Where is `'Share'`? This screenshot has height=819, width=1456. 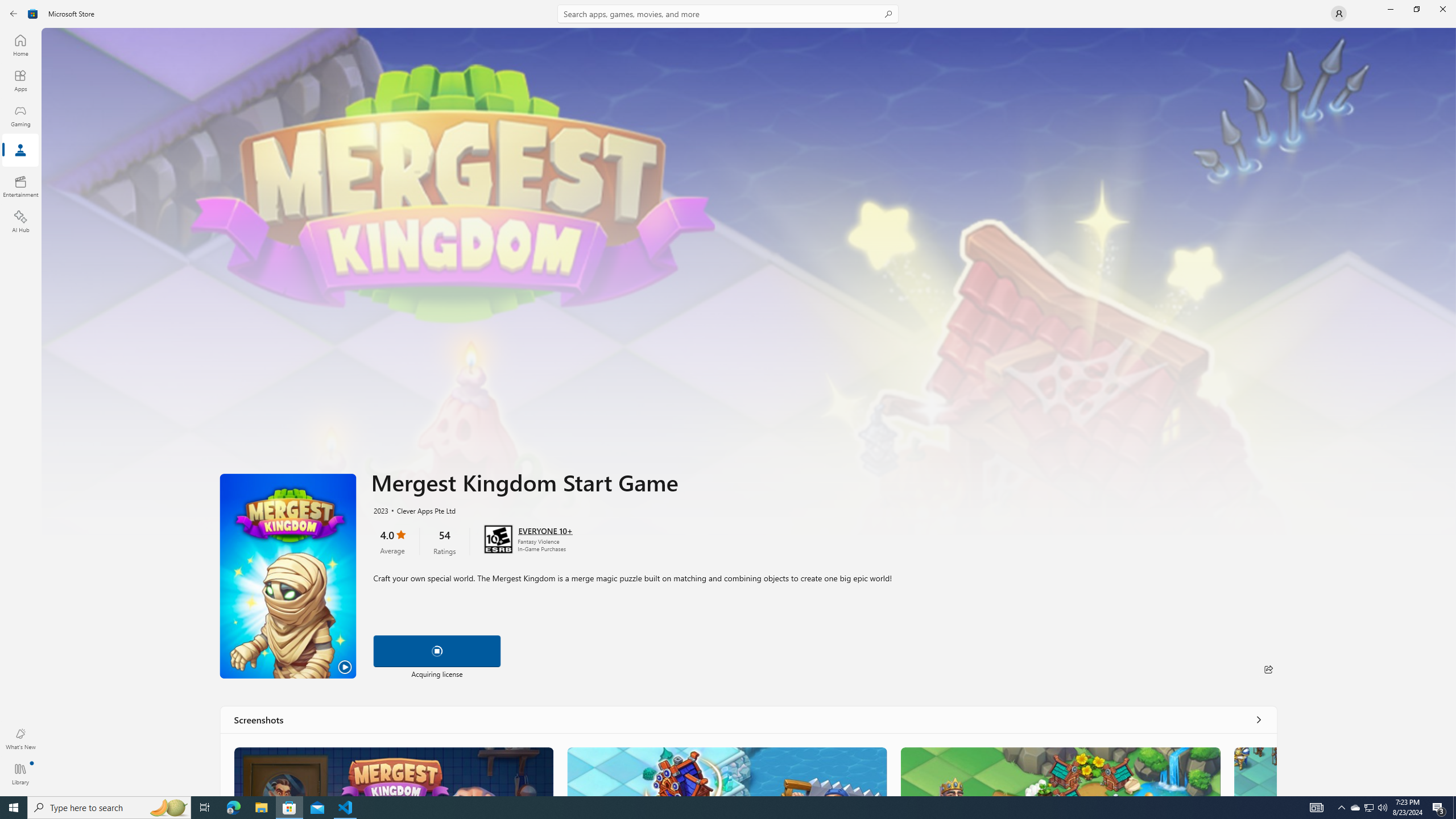 'Share' is located at coordinates (1268, 668).